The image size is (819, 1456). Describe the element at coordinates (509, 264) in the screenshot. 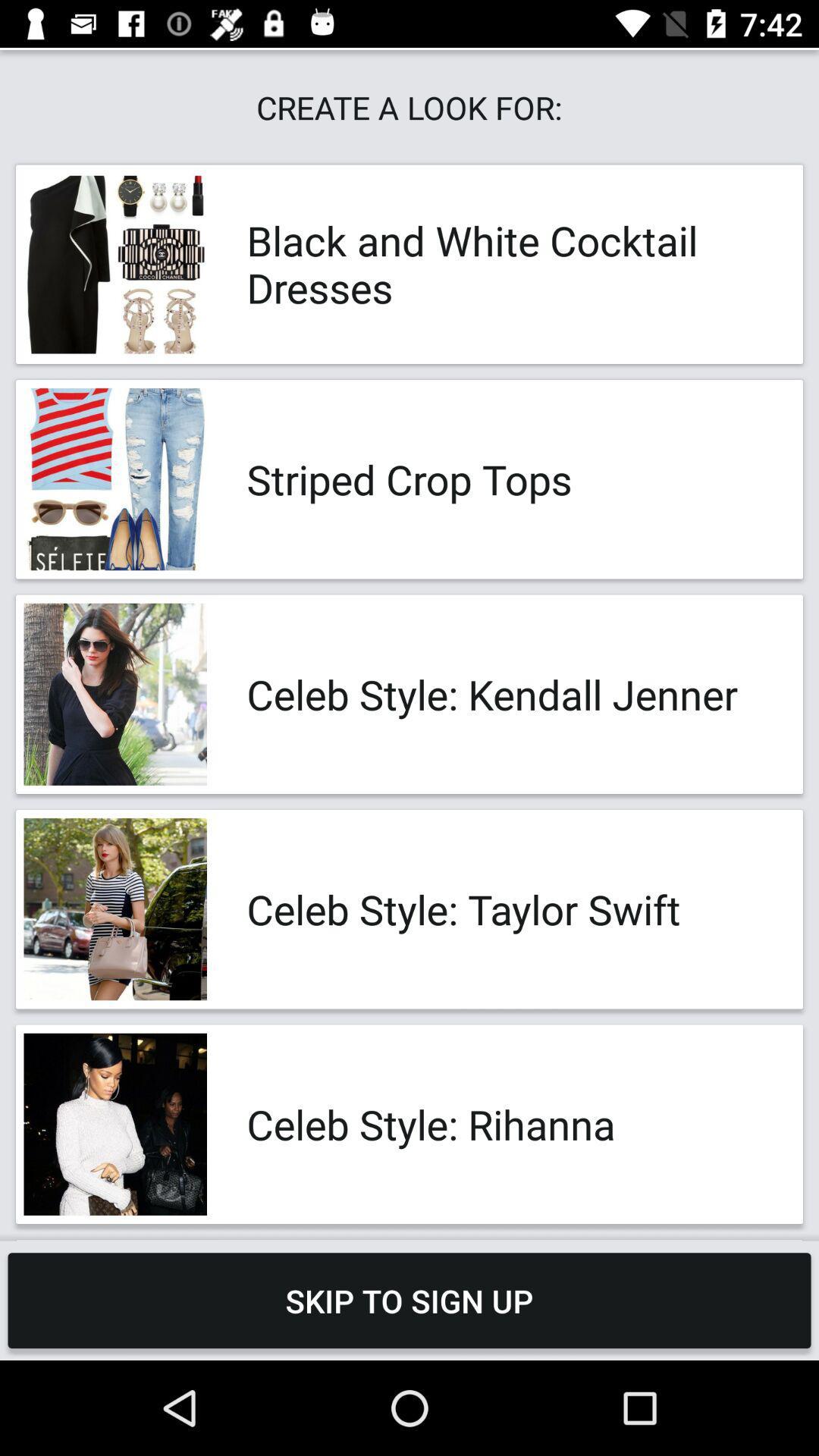

I see `the app below the create a look app` at that location.